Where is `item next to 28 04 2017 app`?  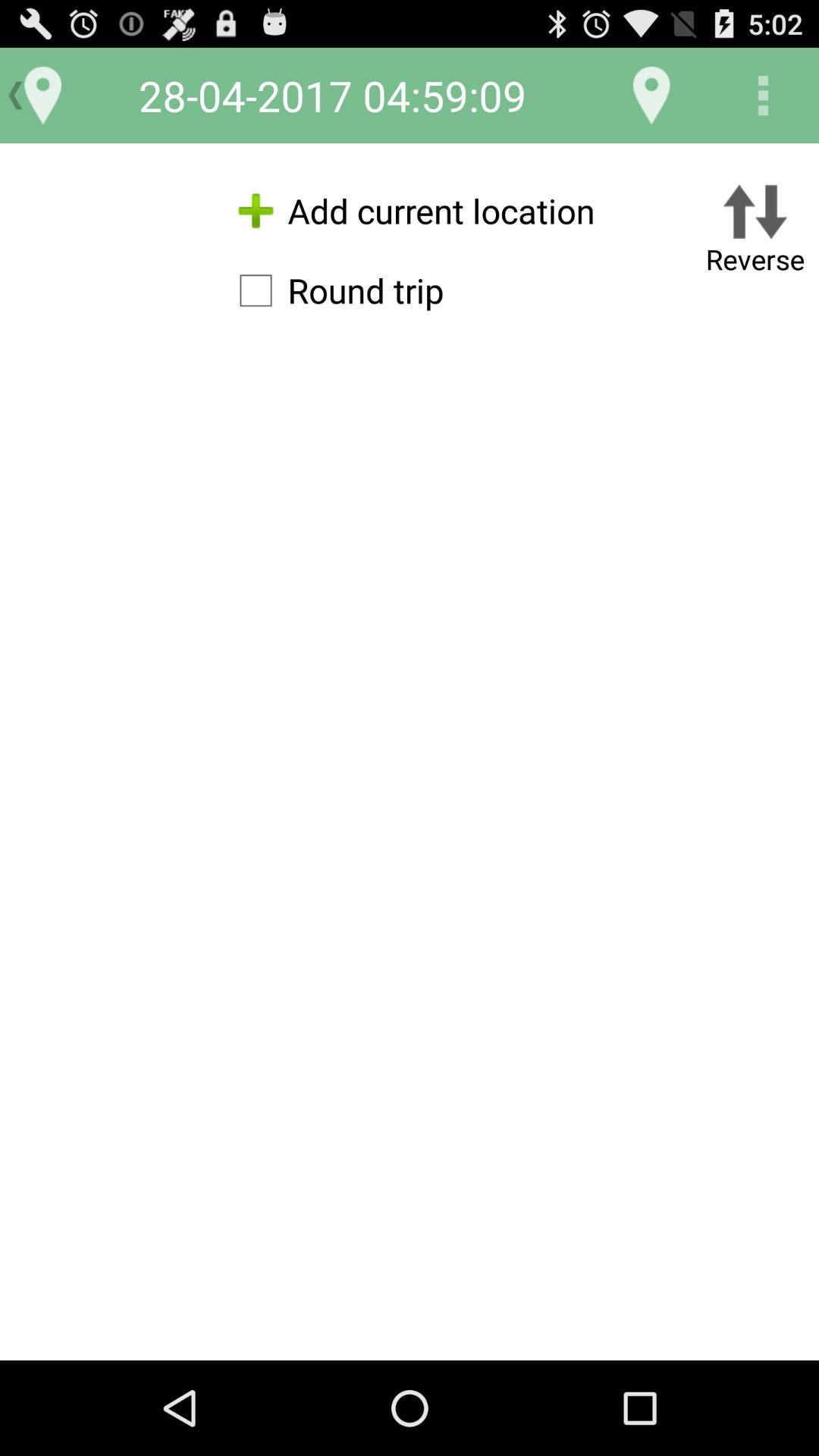 item next to 28 04 2017 app is located at coordinates (651, 94).